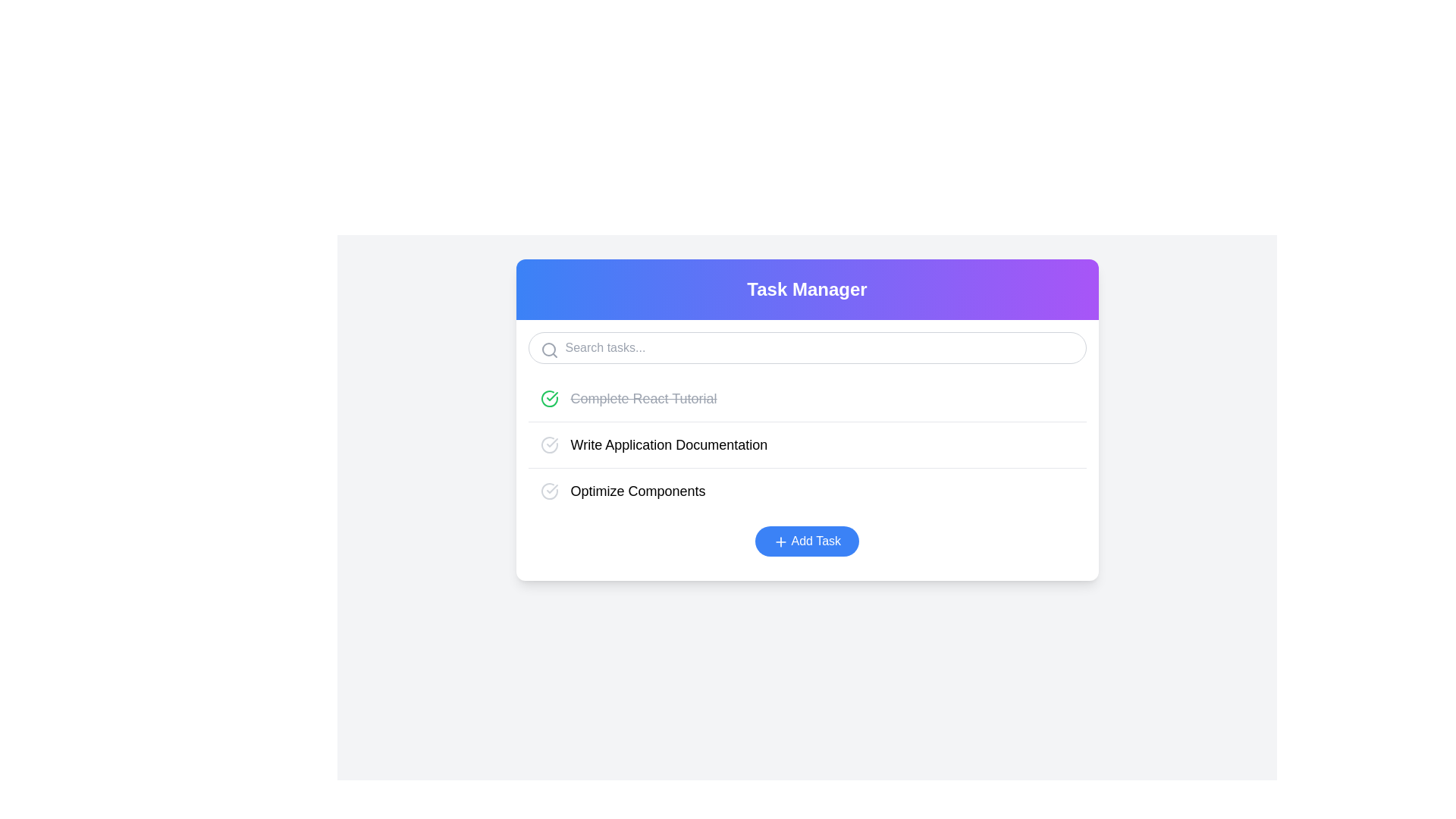 This screenshot has height=819, width=1456. Describe the element at coordinates (623, 491) in the screenshot. I see `the task item labeled 'Optimize Components' with a checkmark icon` at that location.